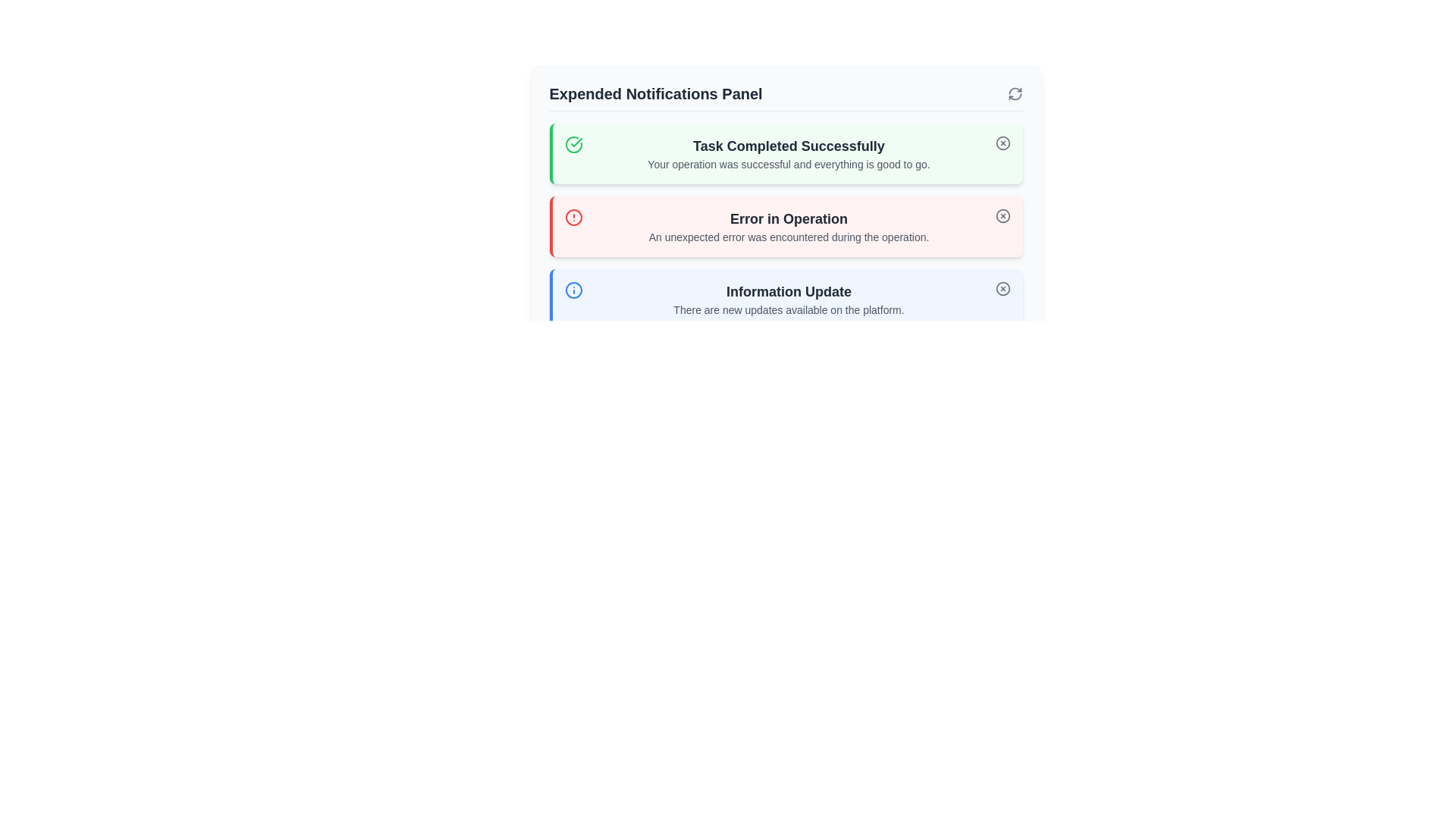 This screenshot has height=819, width=1456. I want to click on the Notification Card displaying a success message, which is the first entry in the Notifications Panel, so click(786, 154).